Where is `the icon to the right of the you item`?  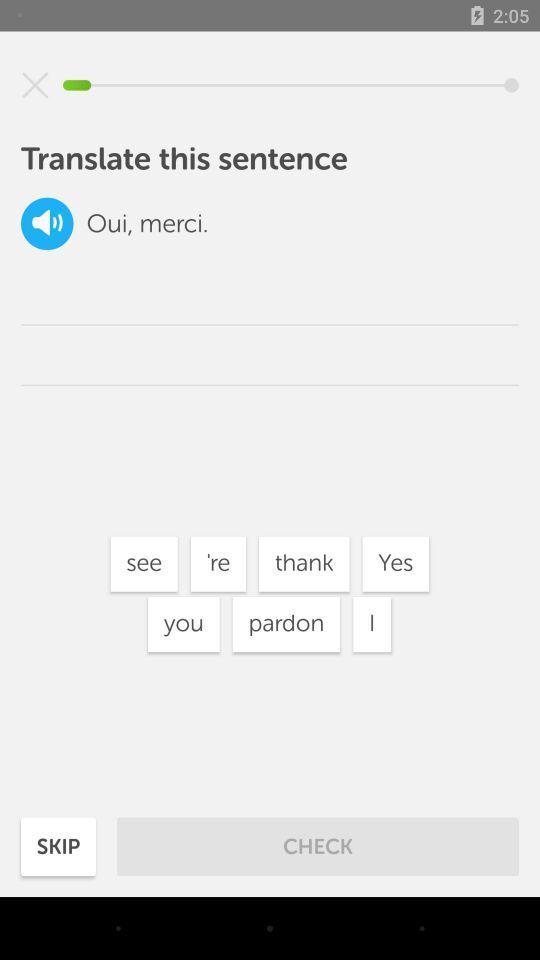 the icon to the right of the you item is located at coordinates (285, 623).